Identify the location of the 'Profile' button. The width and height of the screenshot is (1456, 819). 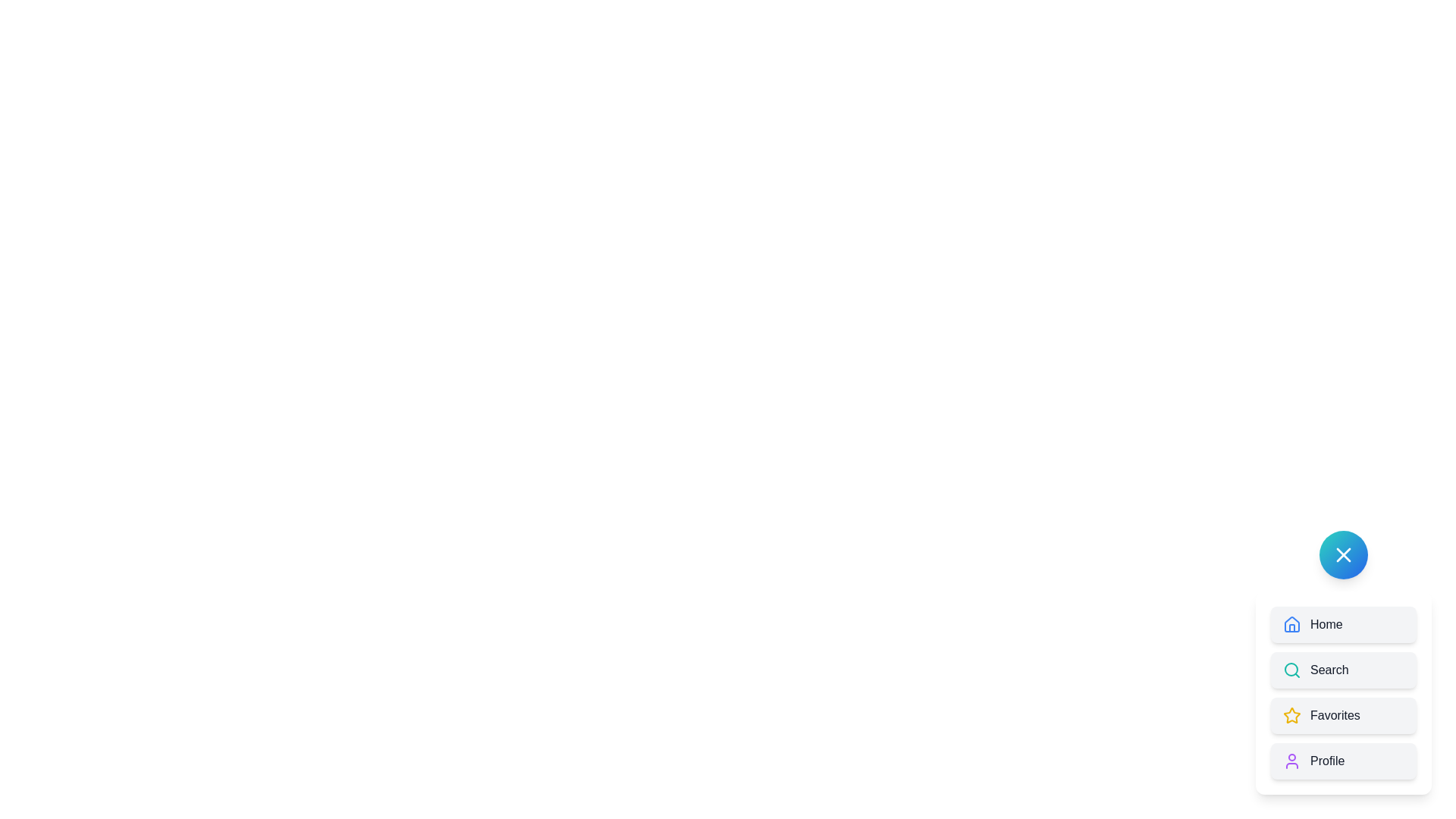
(1343, 761).